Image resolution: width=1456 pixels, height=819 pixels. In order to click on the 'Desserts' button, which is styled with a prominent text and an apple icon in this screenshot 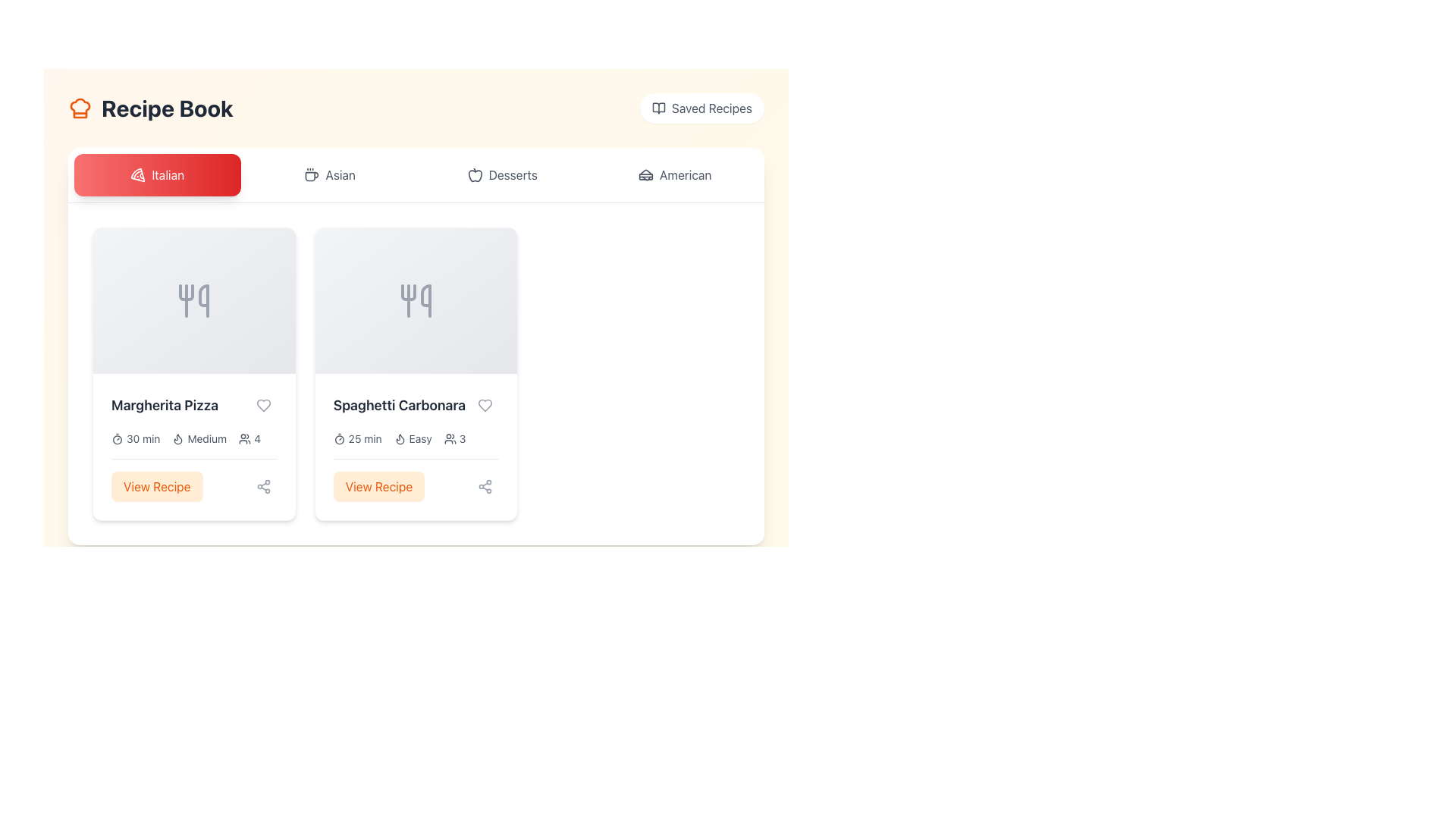, I will do `click(502, 174)`.